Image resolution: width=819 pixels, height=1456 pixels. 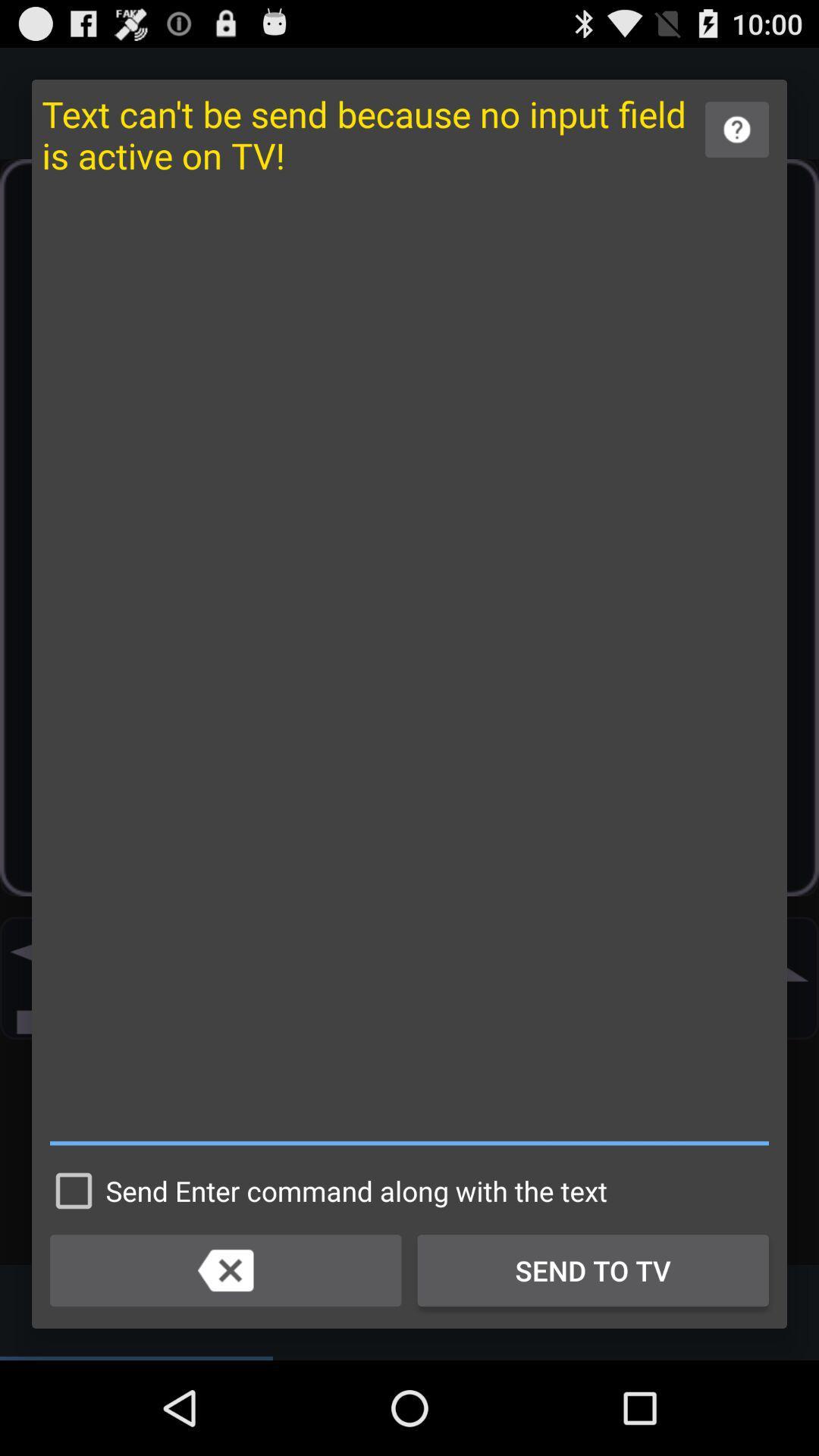 What do you see at coordinates (225, 1270) in the screenshot?
I see `icon next to send to tv item` at bounding box center [225, 1270].